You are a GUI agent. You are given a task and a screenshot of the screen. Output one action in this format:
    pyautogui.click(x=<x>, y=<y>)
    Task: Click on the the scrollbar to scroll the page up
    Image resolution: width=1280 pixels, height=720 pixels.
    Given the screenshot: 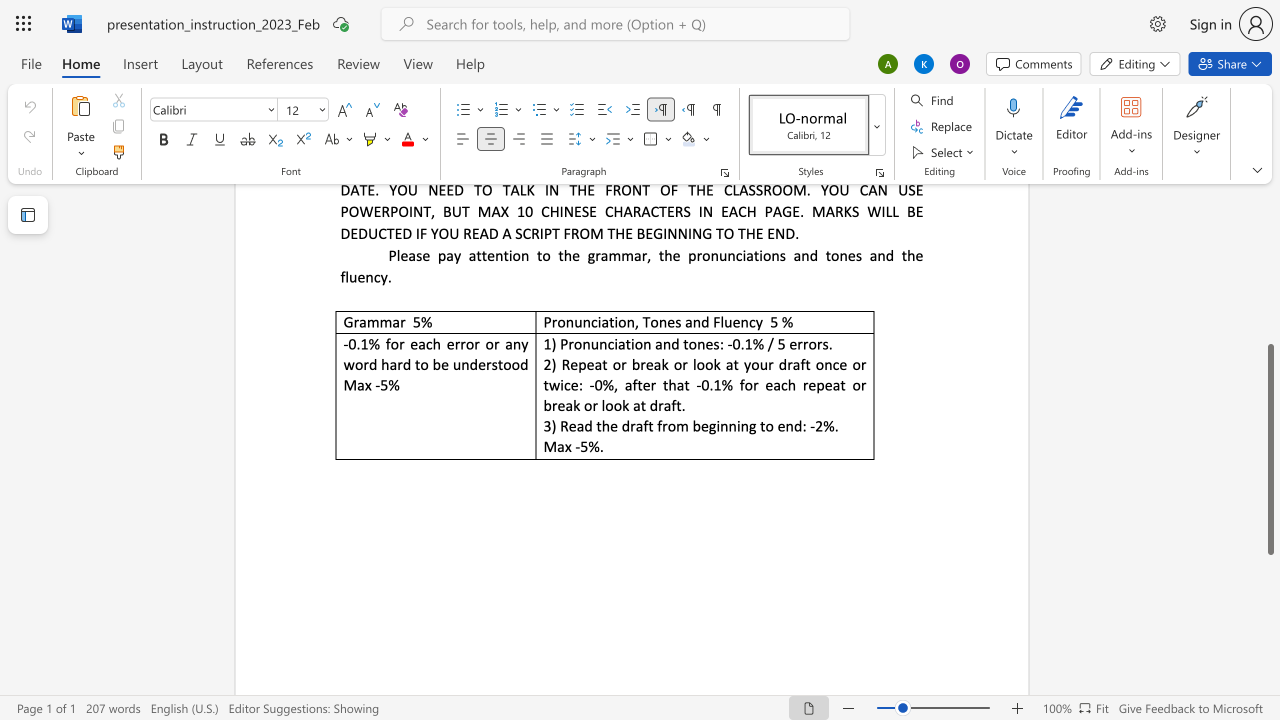 What is the action you would take?
    pyautogui.click(x=1269, y=210)
    